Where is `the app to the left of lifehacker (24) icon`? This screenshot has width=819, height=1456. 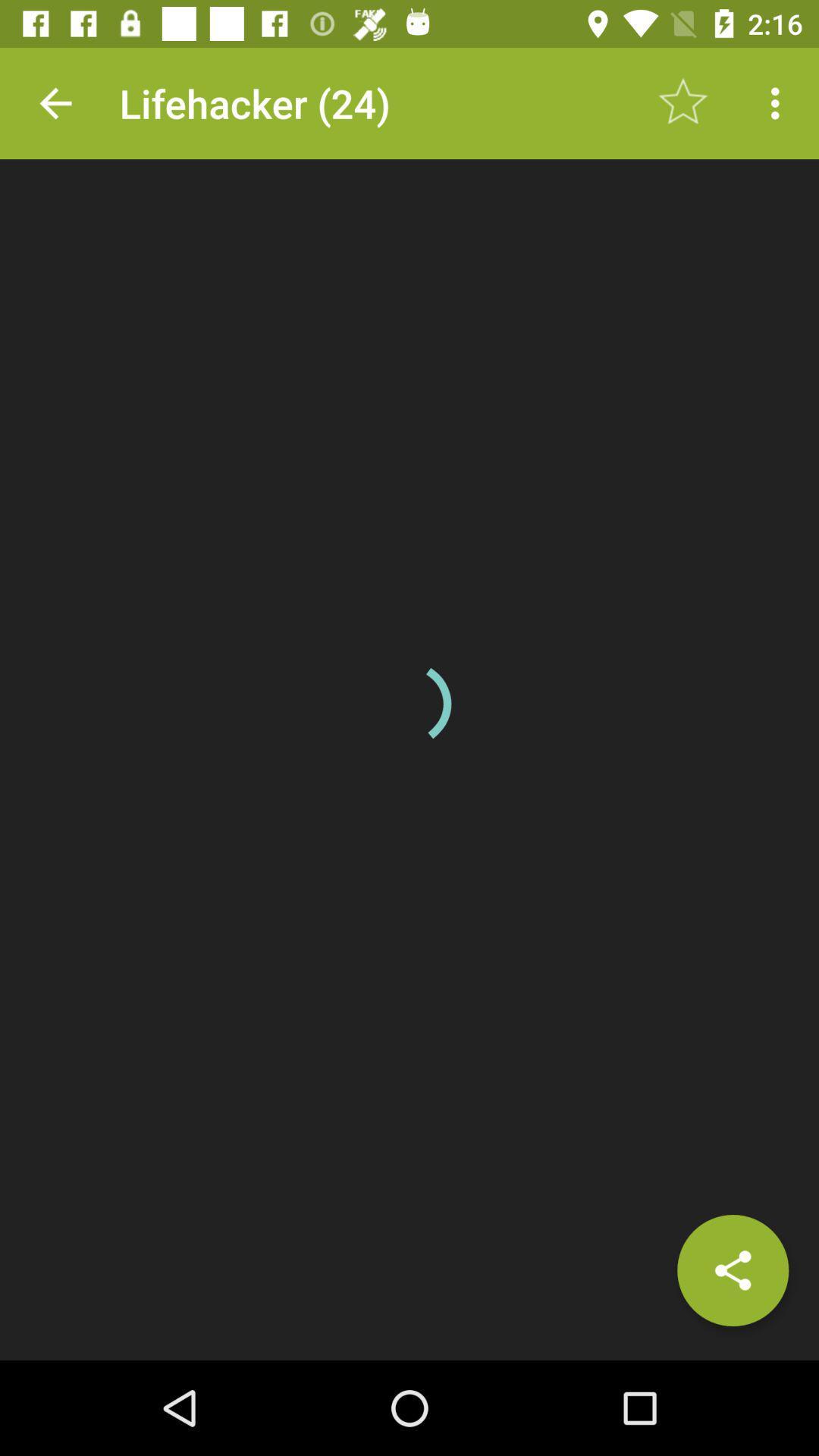
the app to the left of lifehacker (24) icon is located at coordinates (55, 102).